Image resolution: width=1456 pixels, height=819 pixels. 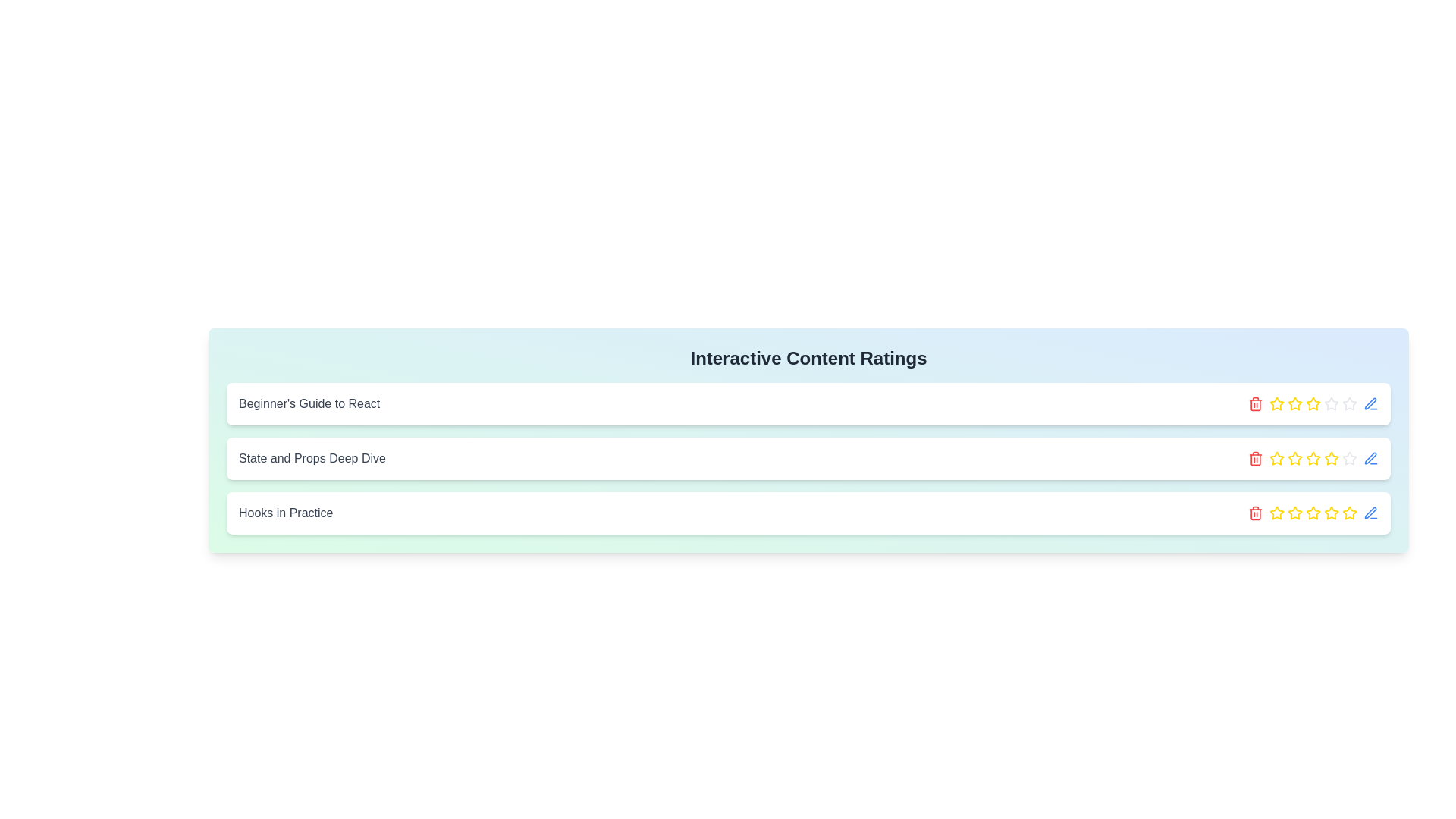 I want to click on the third yellow star icon in the rating system for 'State and Props Deep Dive' to rate a value, so click(x=1294, y=457).